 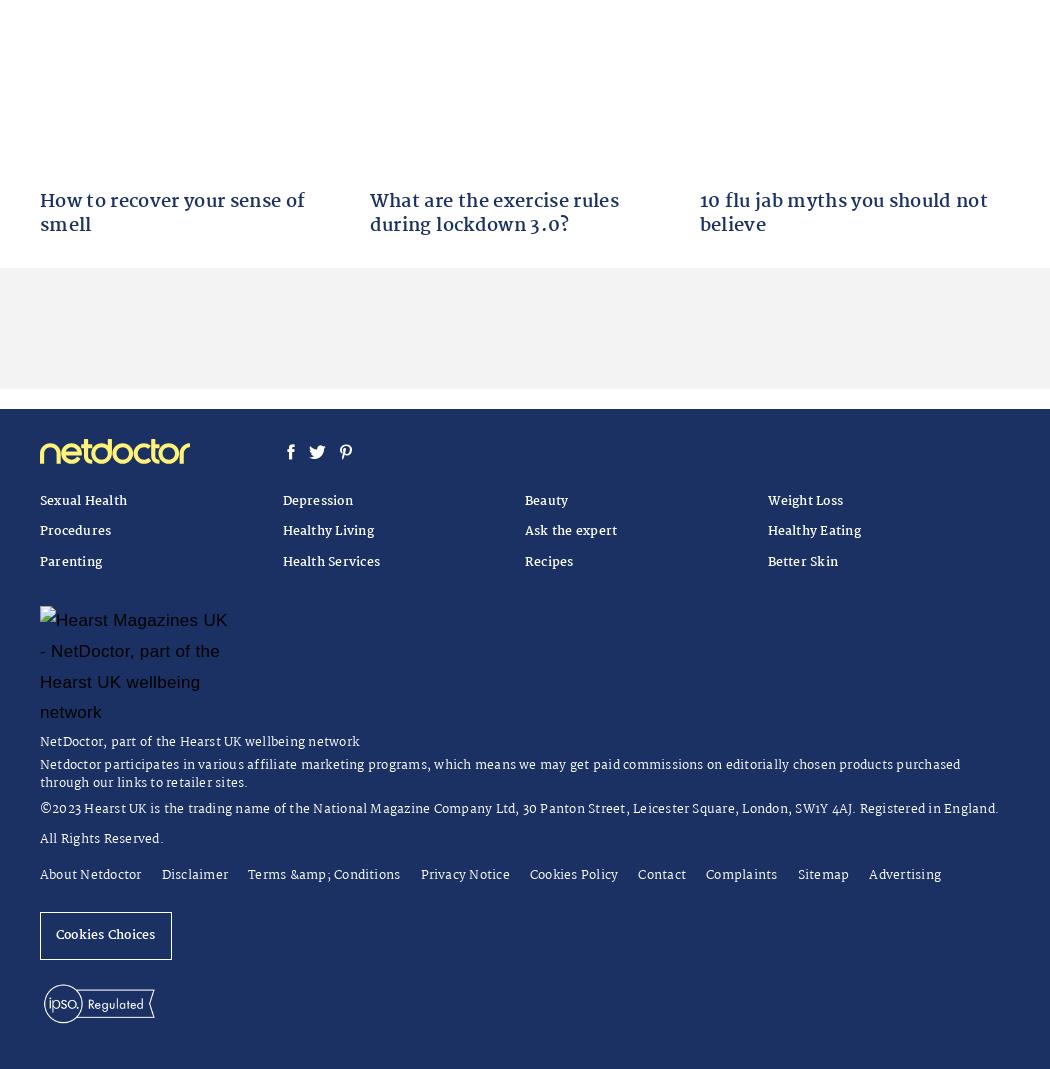 I want to click on 'Netdoctor participates in various affiliate marketing programs, which means we may get paid commissions on editorially chosen products purchased through our links to retailer sites.', so click(x=499, y=773).